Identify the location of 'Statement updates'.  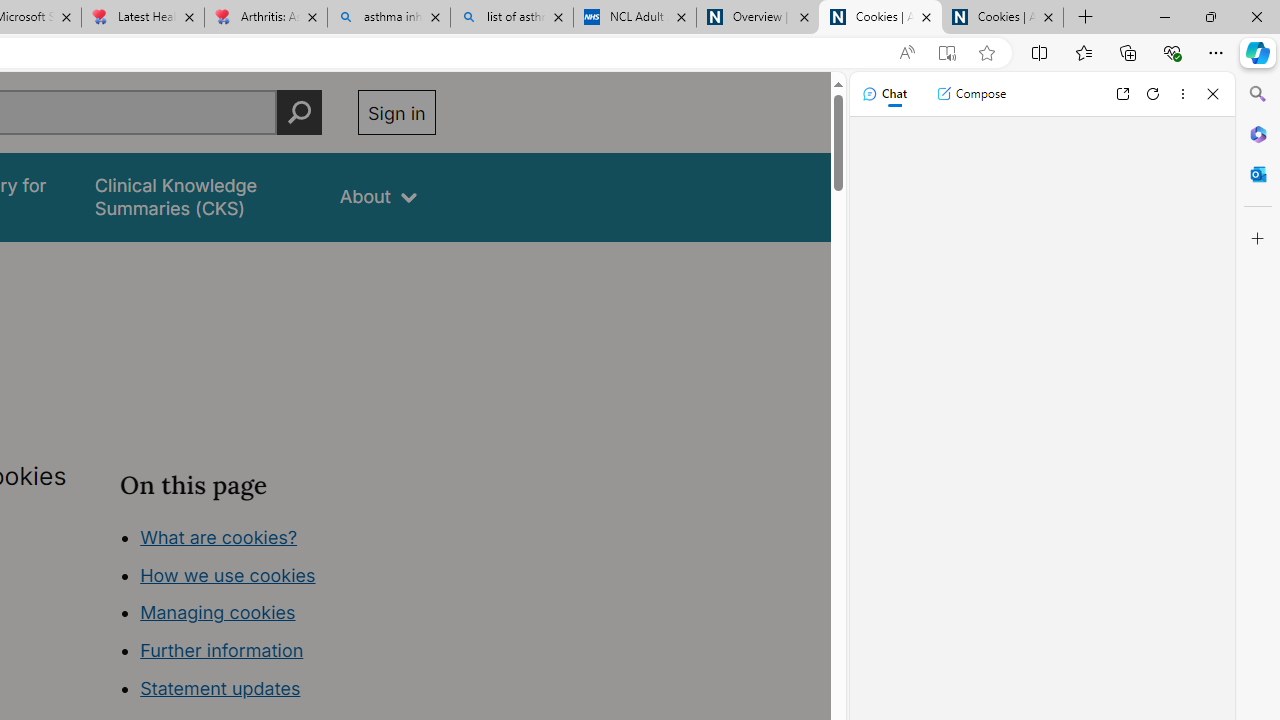
(220, 688).